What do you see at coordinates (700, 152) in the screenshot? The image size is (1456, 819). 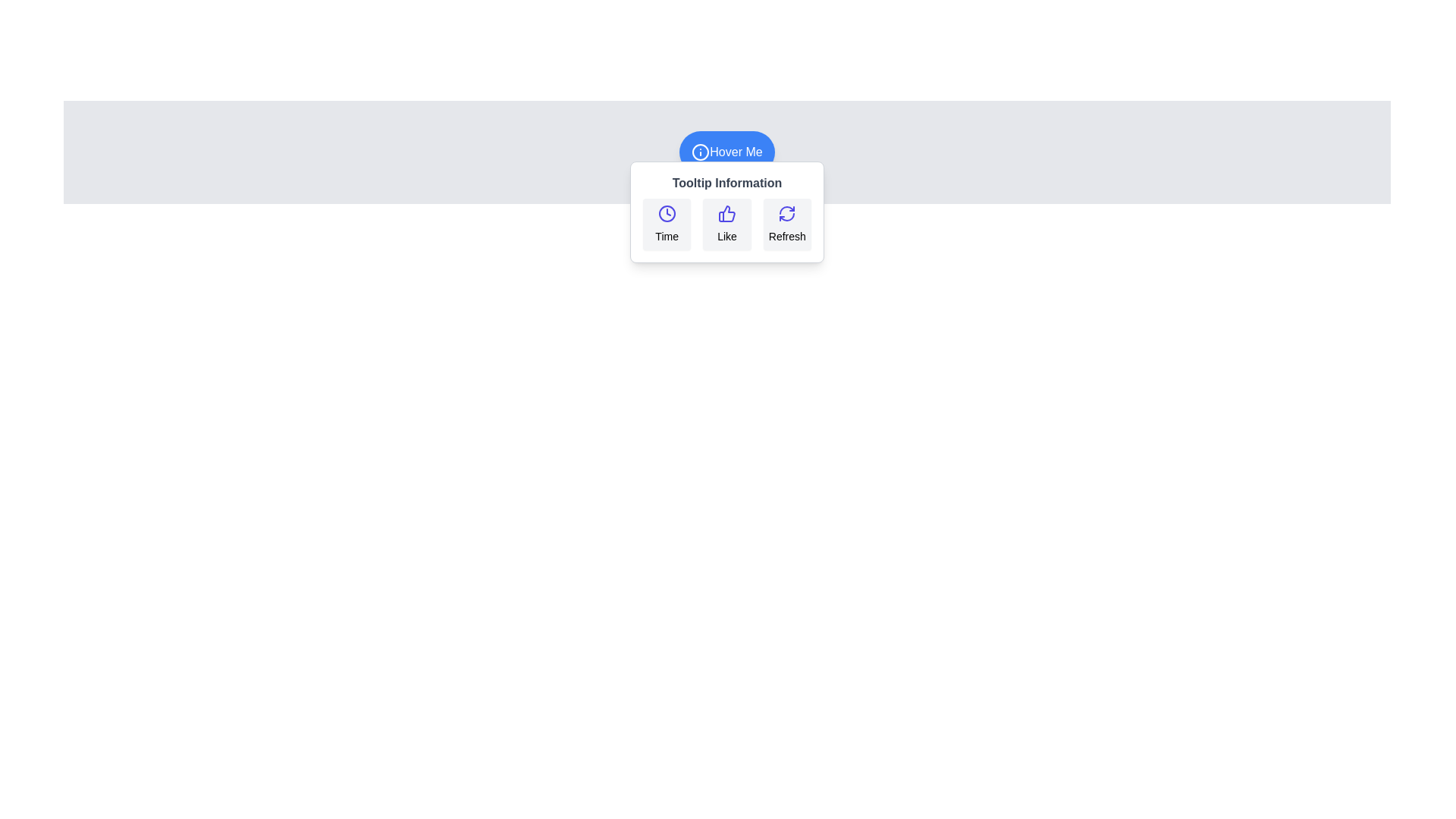 I see `the circular SVG graphical element with a blue border that is centered within the tooltip containing the text 'Hover Me'` at bounding box center [700, 152].